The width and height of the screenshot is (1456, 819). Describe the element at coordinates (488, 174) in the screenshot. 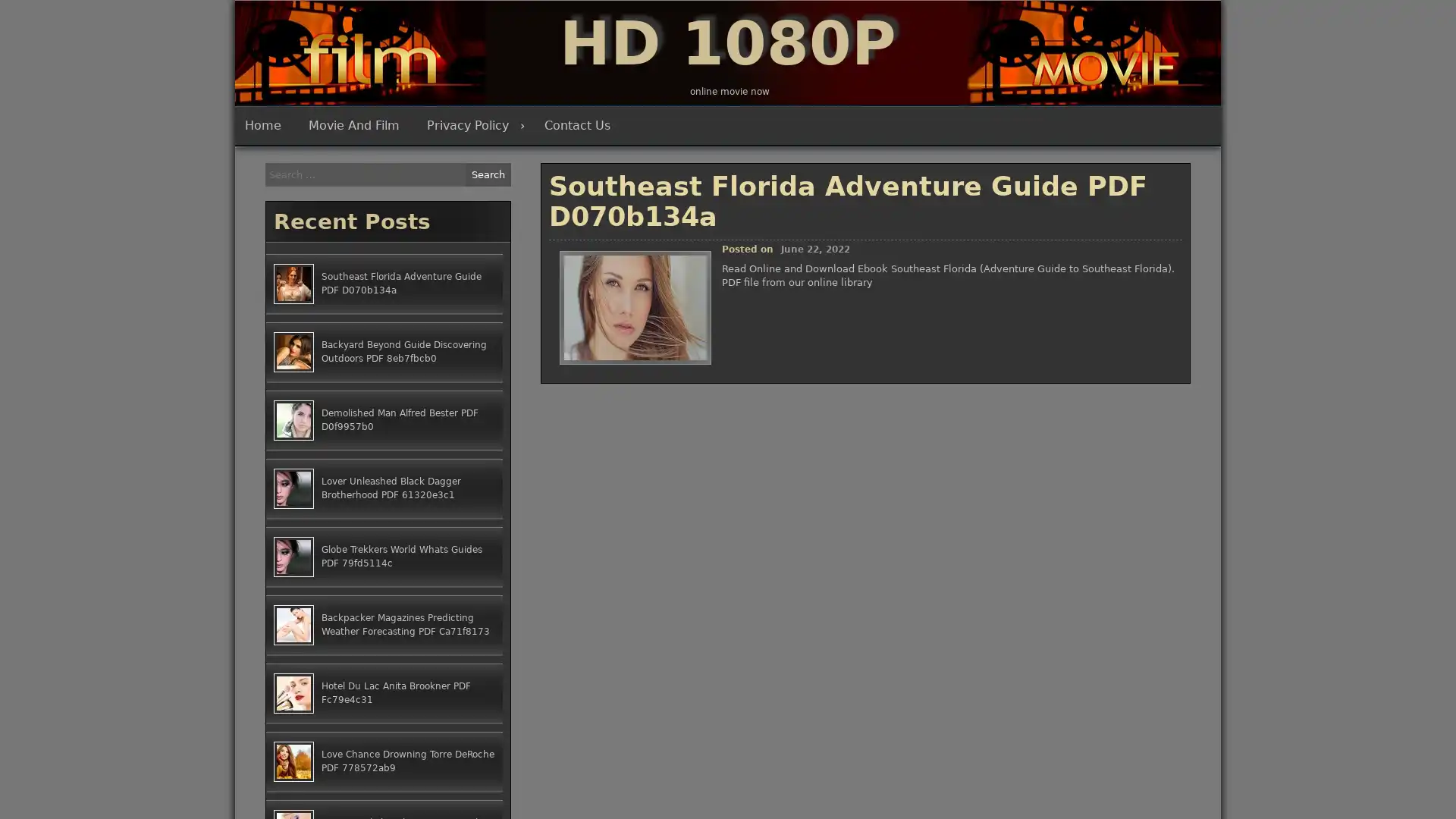

I see `Search` at that location.